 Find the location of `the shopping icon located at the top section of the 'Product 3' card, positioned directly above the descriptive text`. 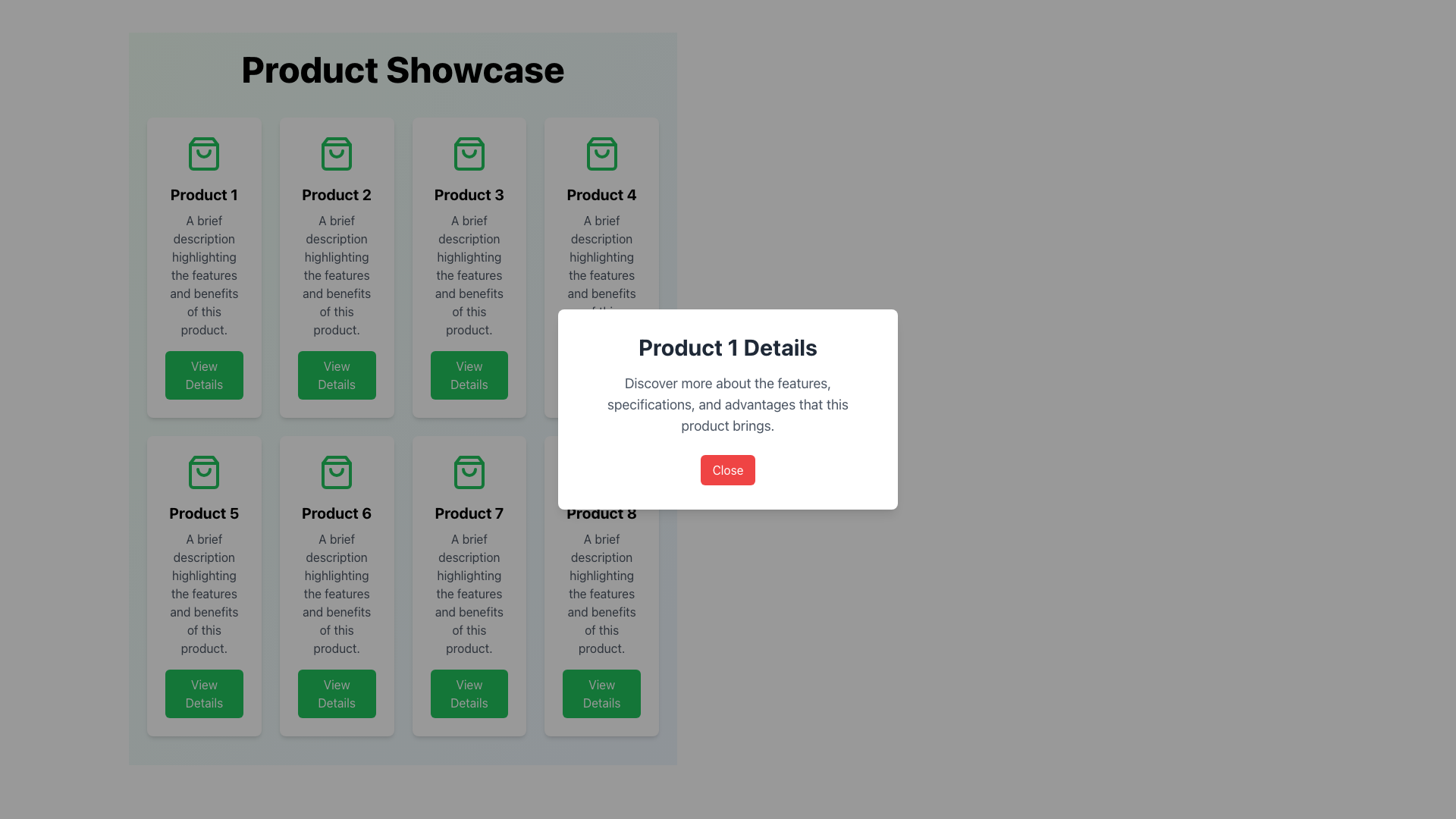

the shopping icon located at the top section of the 'Product 3' card, positioned directly above the descriptive text is located at coordinates (468, 154).